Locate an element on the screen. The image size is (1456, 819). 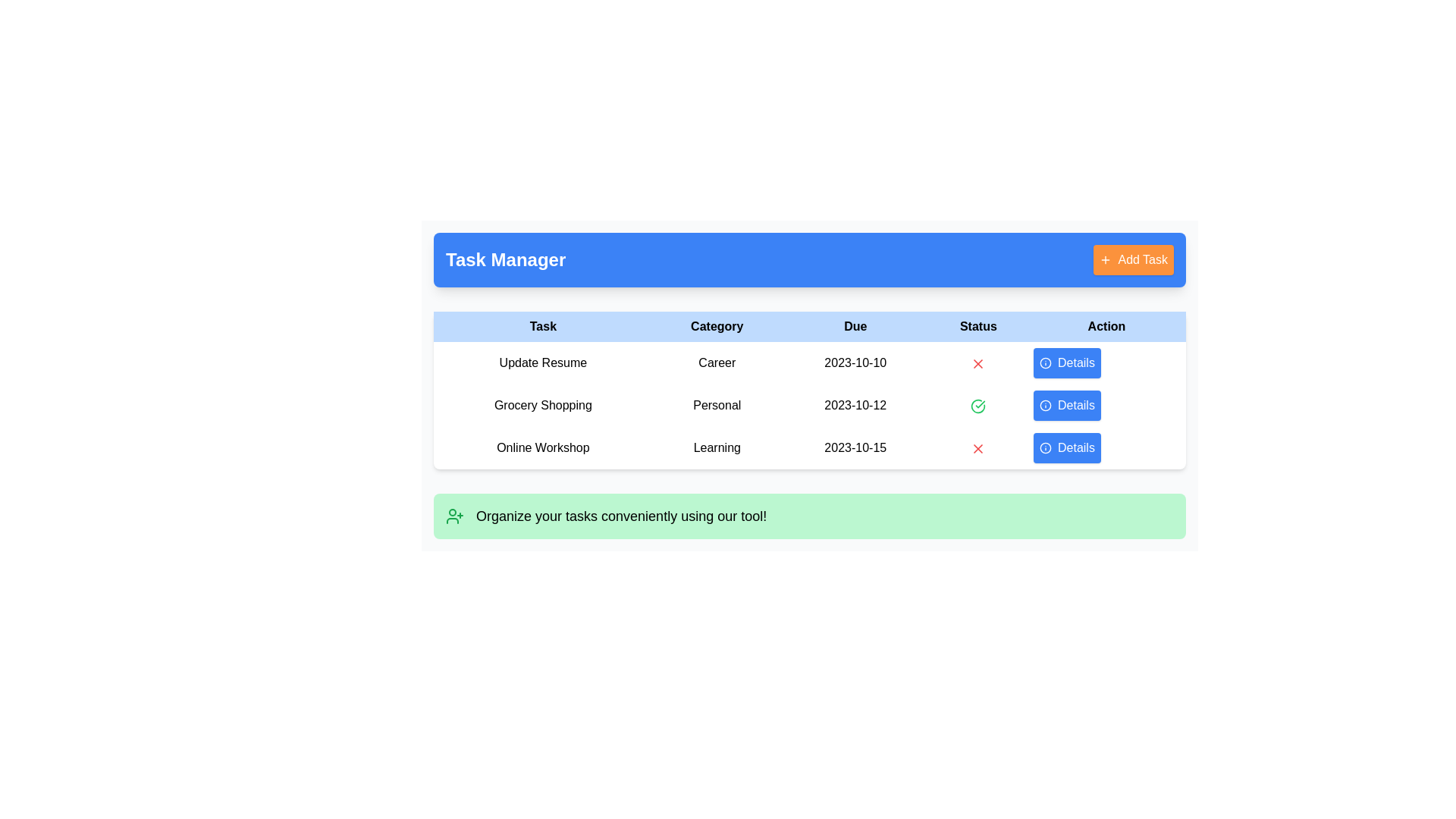
the third 'Details' button in the 'Action' column associated with the 'Online Workshop' is located at coordinates (1066, 362).